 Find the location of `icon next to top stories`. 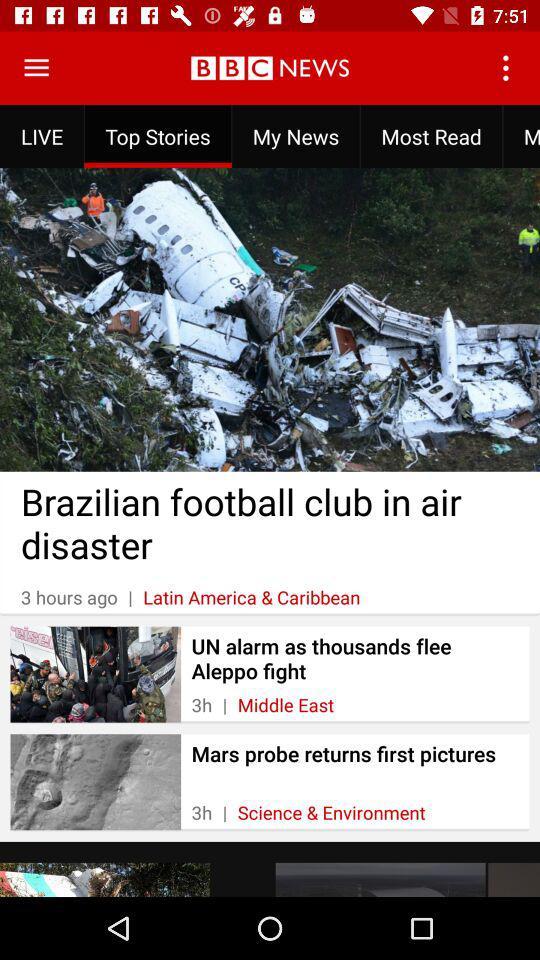

icon next to top stories is located at coordinates (295, 135).